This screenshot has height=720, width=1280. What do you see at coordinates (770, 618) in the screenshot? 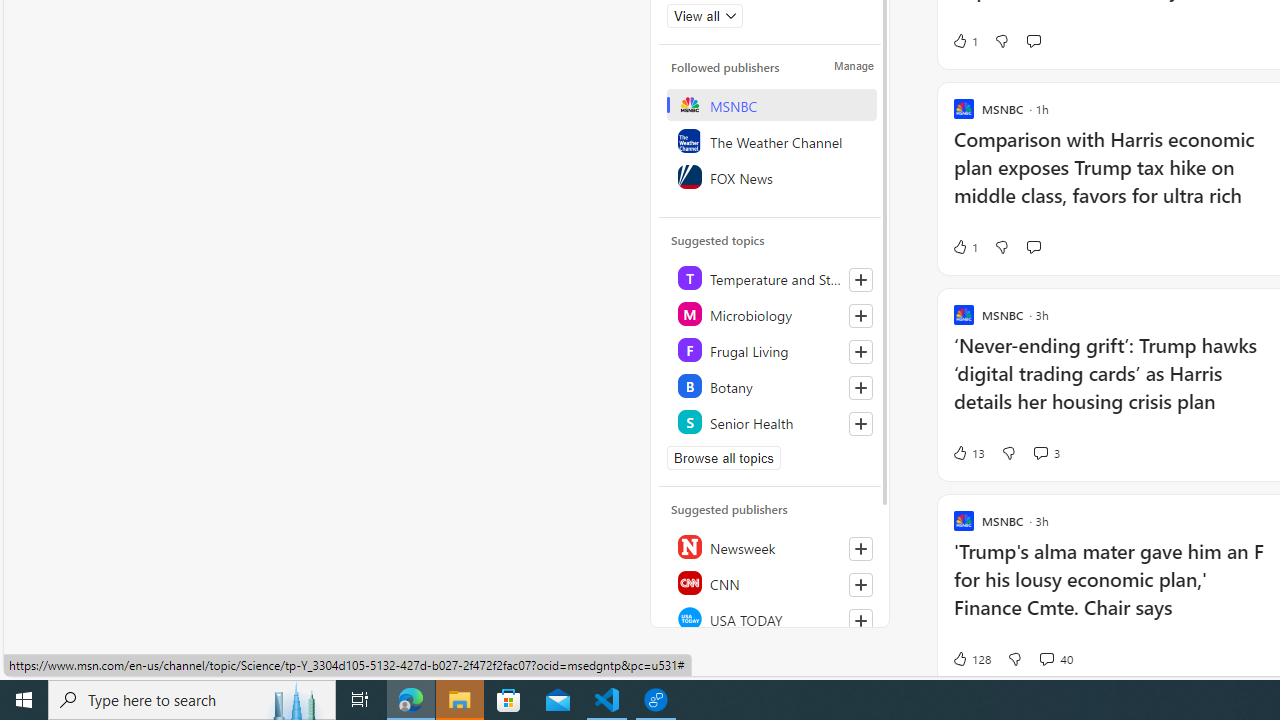
I see `'USA TODAY'` at bounding box center [770, 618].